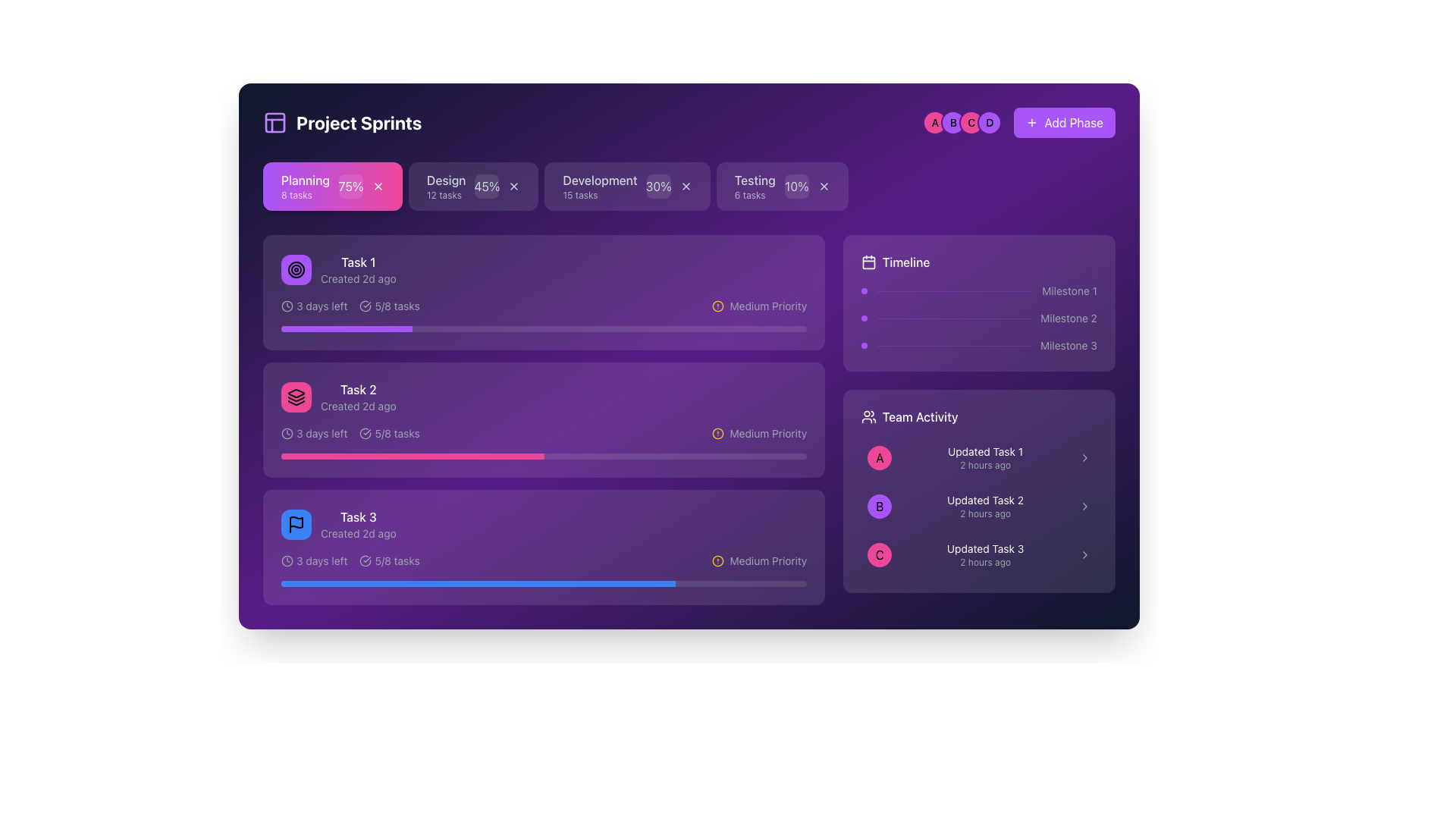  What do you see at coordinates (985, 500) in the screenshot?
I see `the text label displaying 'Updated Task 2' located in the 'Team Activity' section, which is visually distinct with a small white font on a dark purple background` at bounding box center [985, 500].